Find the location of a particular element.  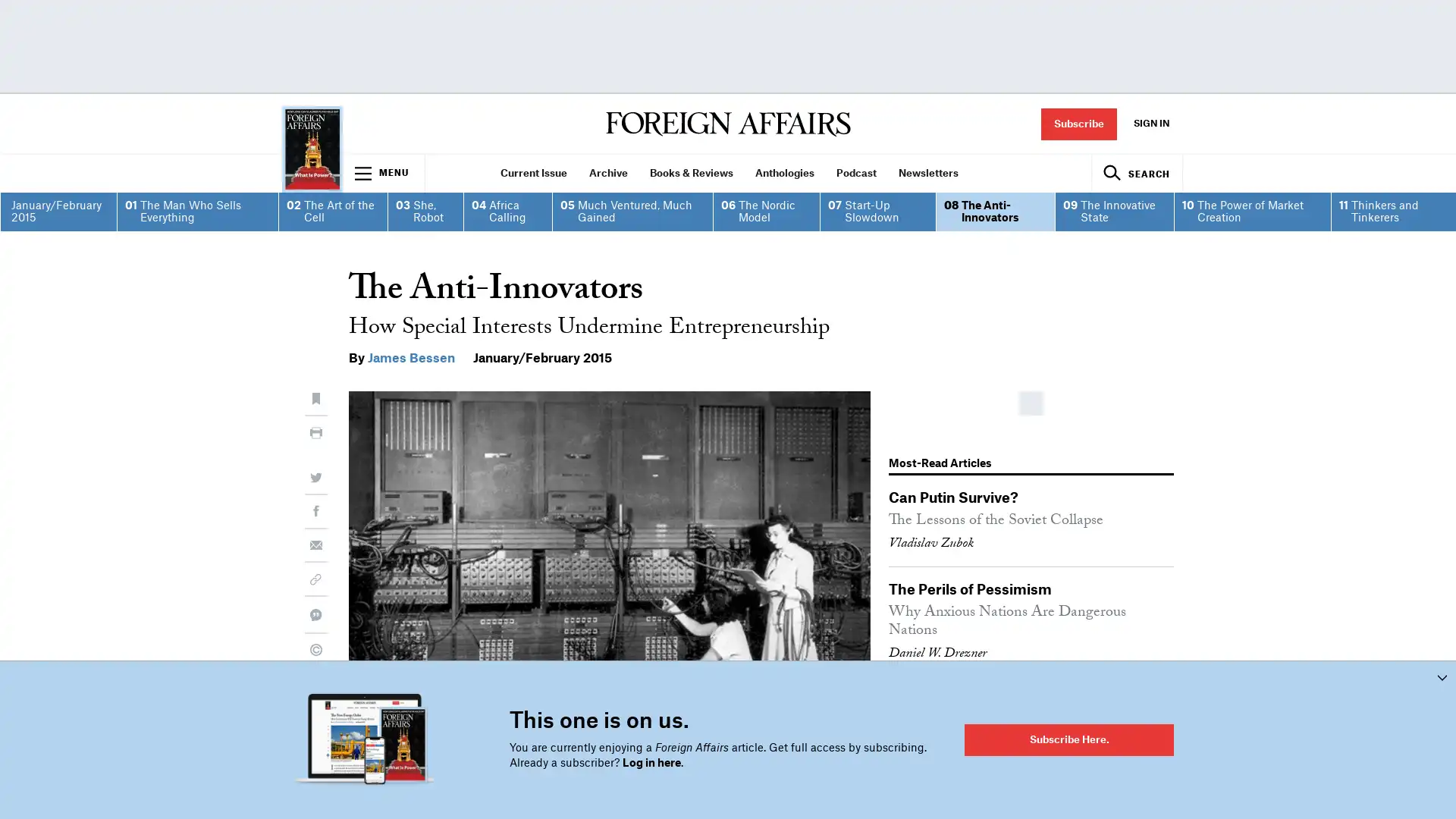

Get the Newsletter is located at coordinates (728, 579).